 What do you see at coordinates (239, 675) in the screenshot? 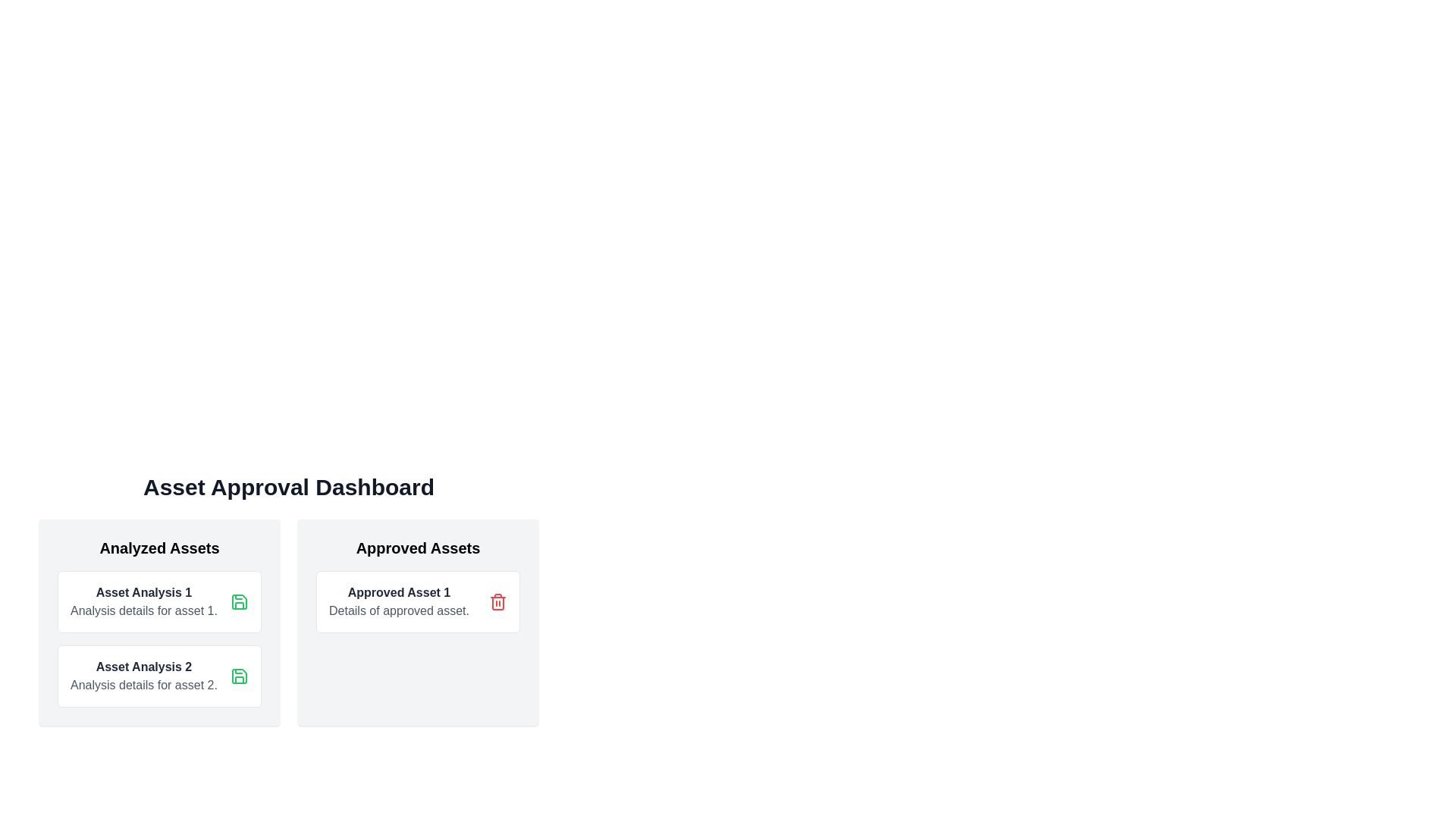
I see `the distinctive green icon button located on the right side of the 'Asset Analysis 2' section` at bounding box center [239, 675].